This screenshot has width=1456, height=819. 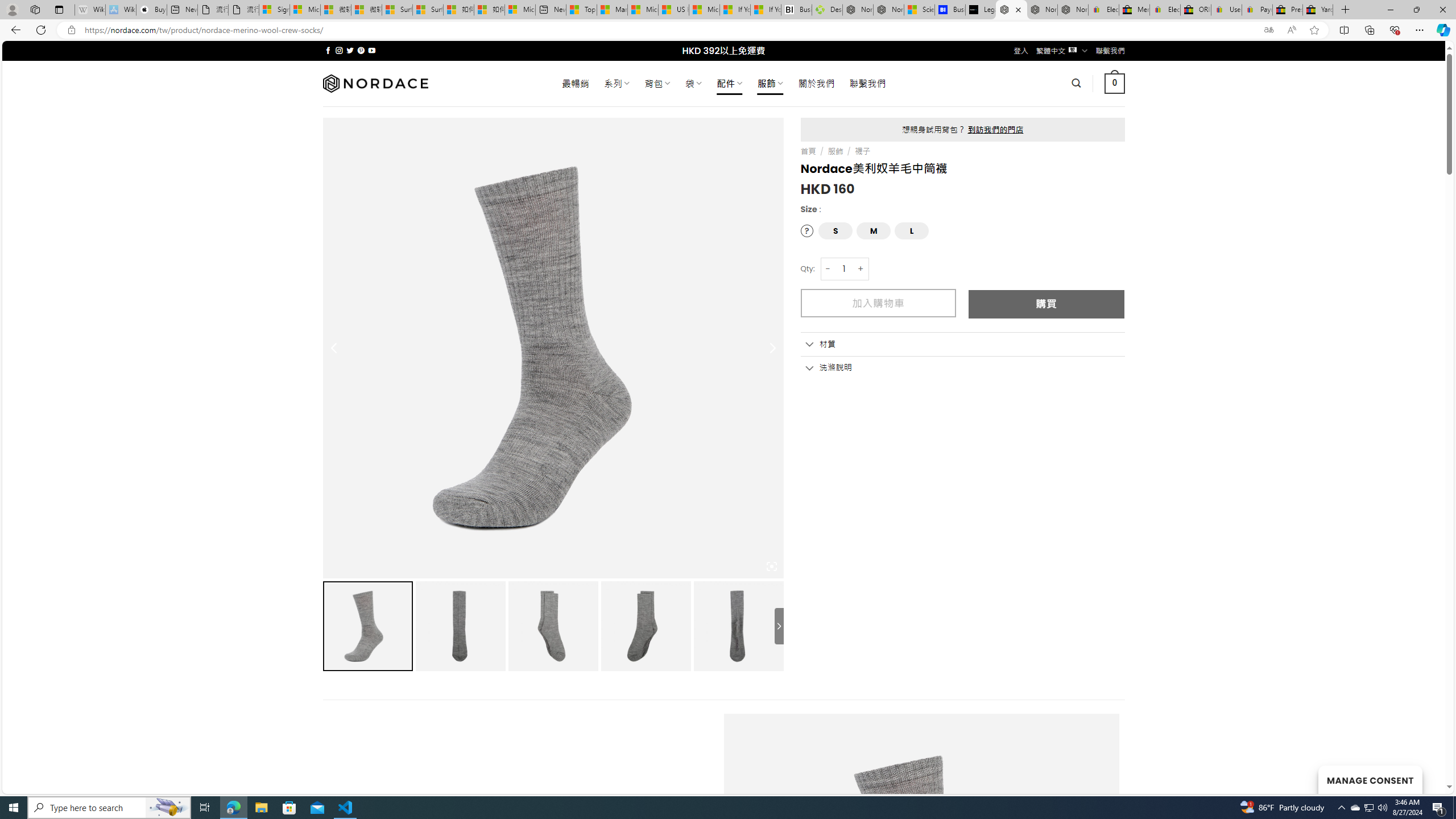 I want to click on '-', so click(x=828, y=268).